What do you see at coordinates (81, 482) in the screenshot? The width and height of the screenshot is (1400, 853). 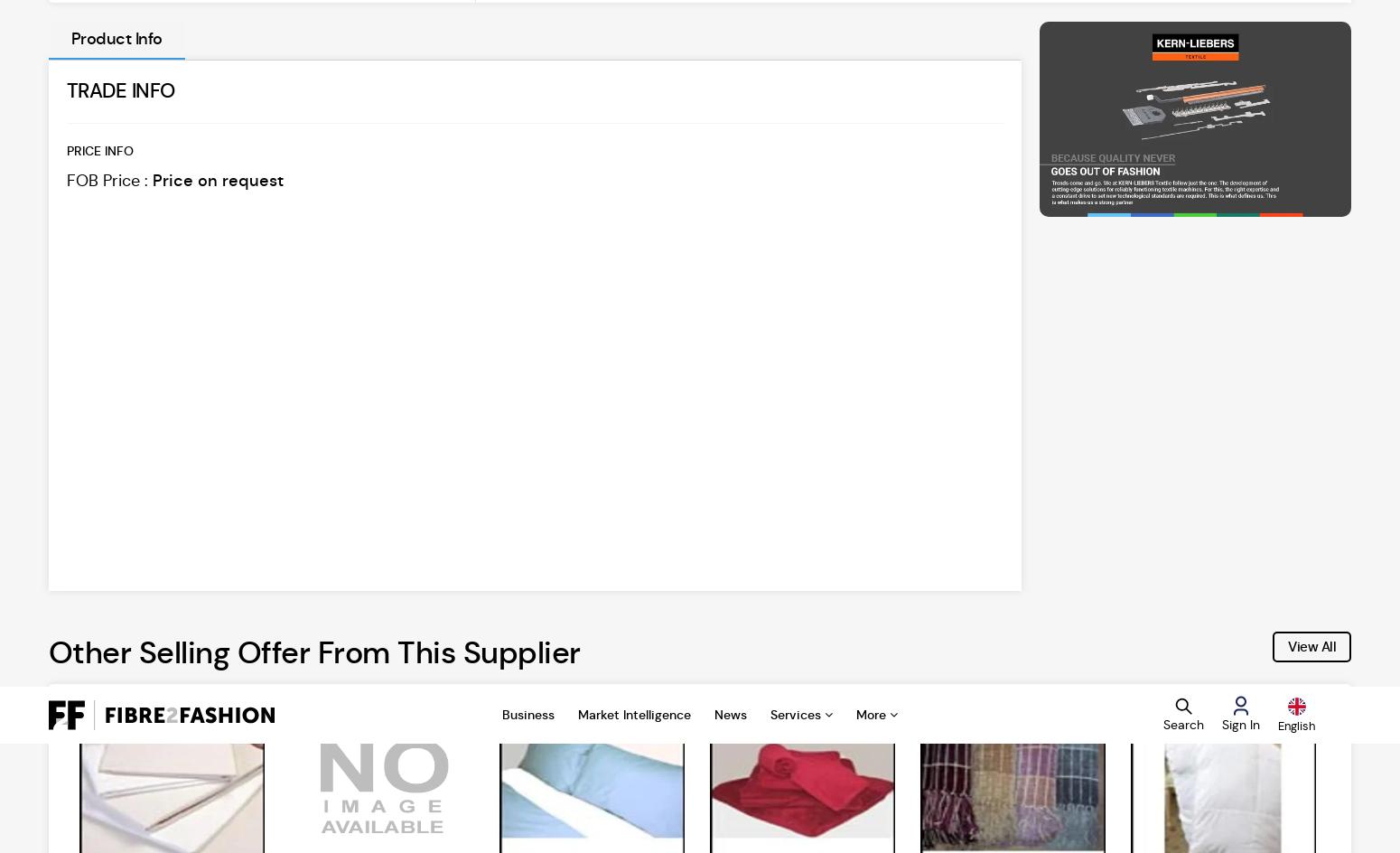 I see `'Garment'` at bounding box center [81, 482].